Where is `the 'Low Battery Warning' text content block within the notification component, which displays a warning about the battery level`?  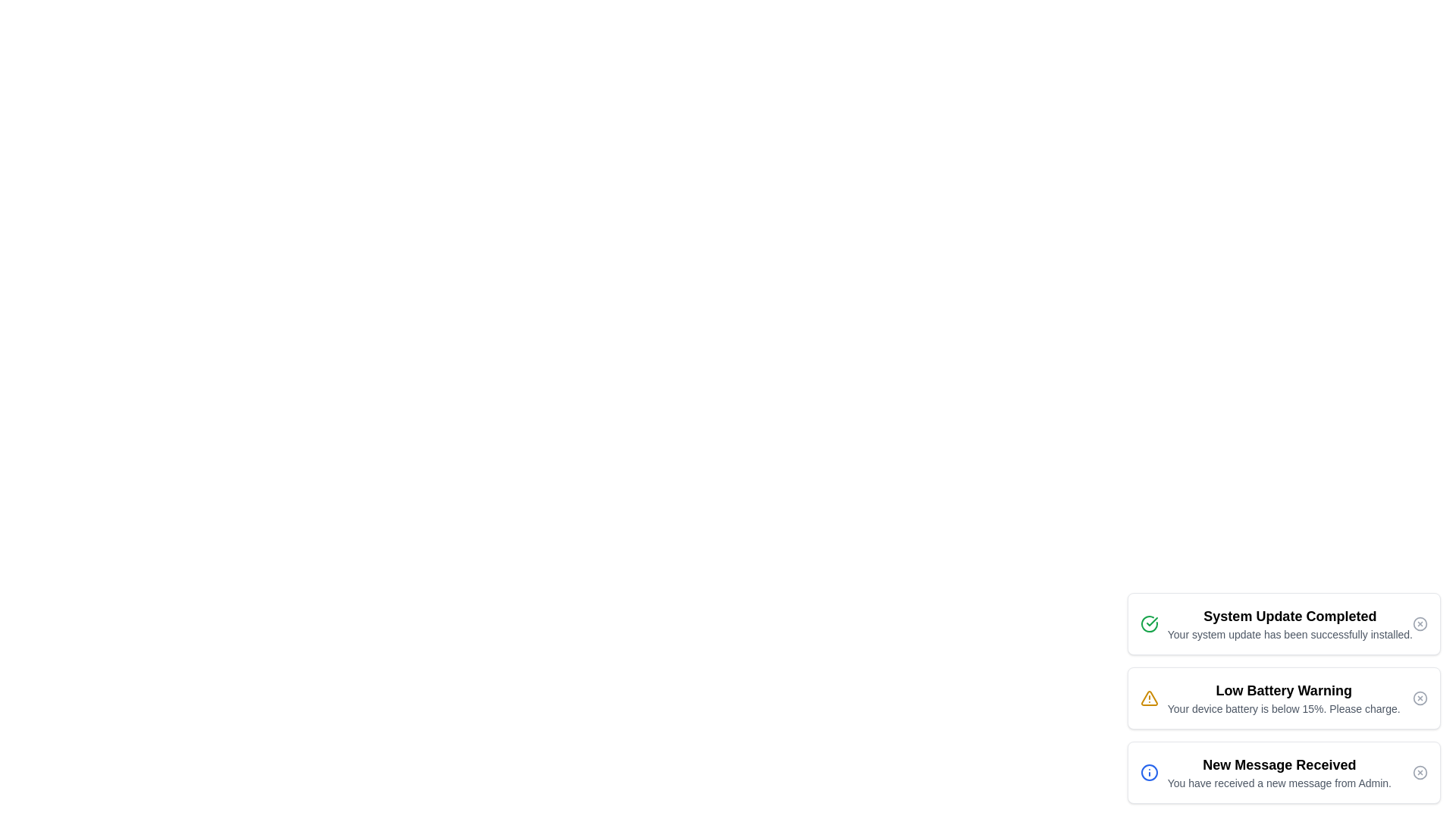 the 'Low Battery Warning' text content block within the notification component, which displays a warning about the battery level is located at coordinates (1283, 698).